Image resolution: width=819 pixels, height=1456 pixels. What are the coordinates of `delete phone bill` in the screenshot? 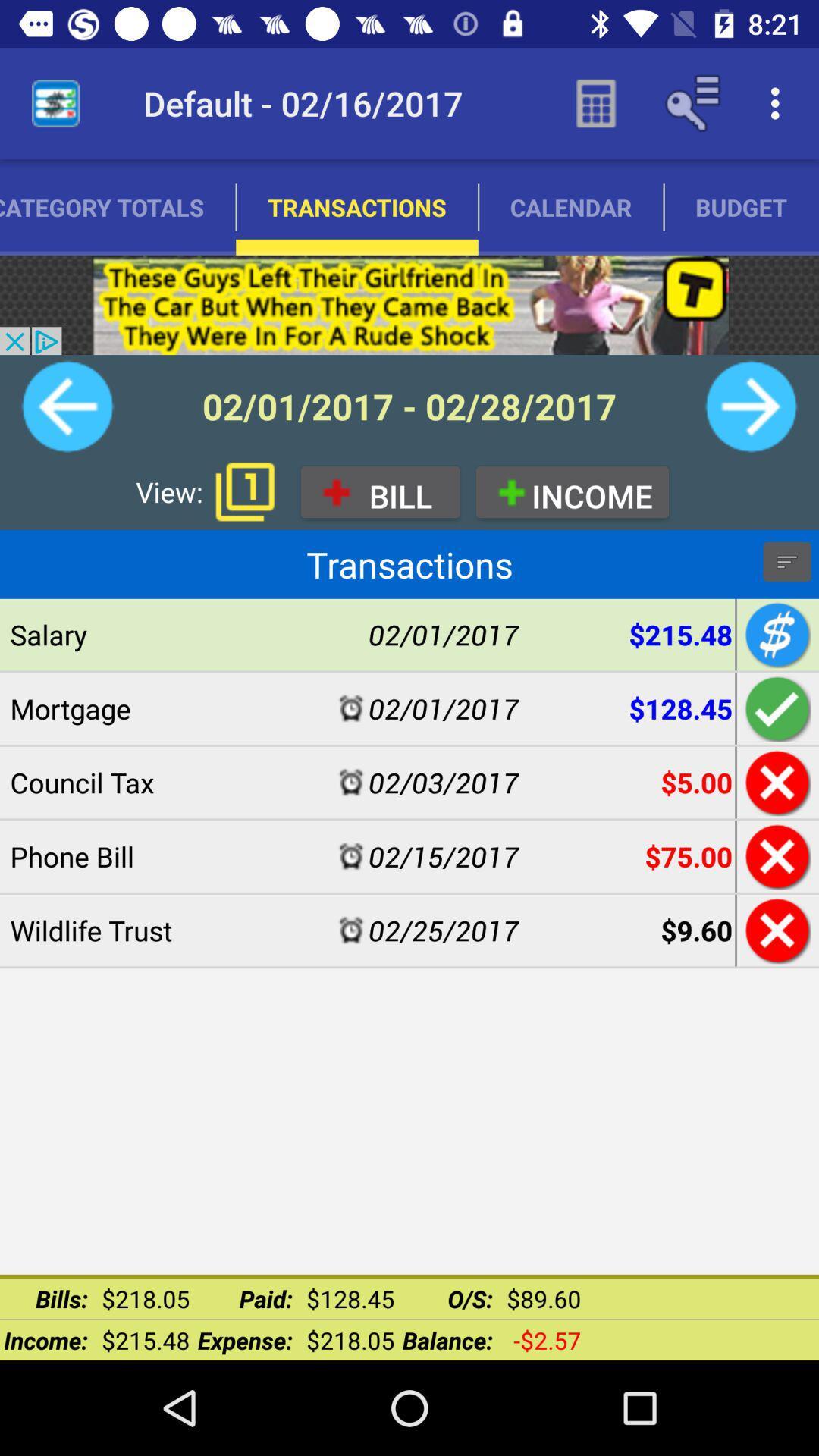 It's located at (775, 856).